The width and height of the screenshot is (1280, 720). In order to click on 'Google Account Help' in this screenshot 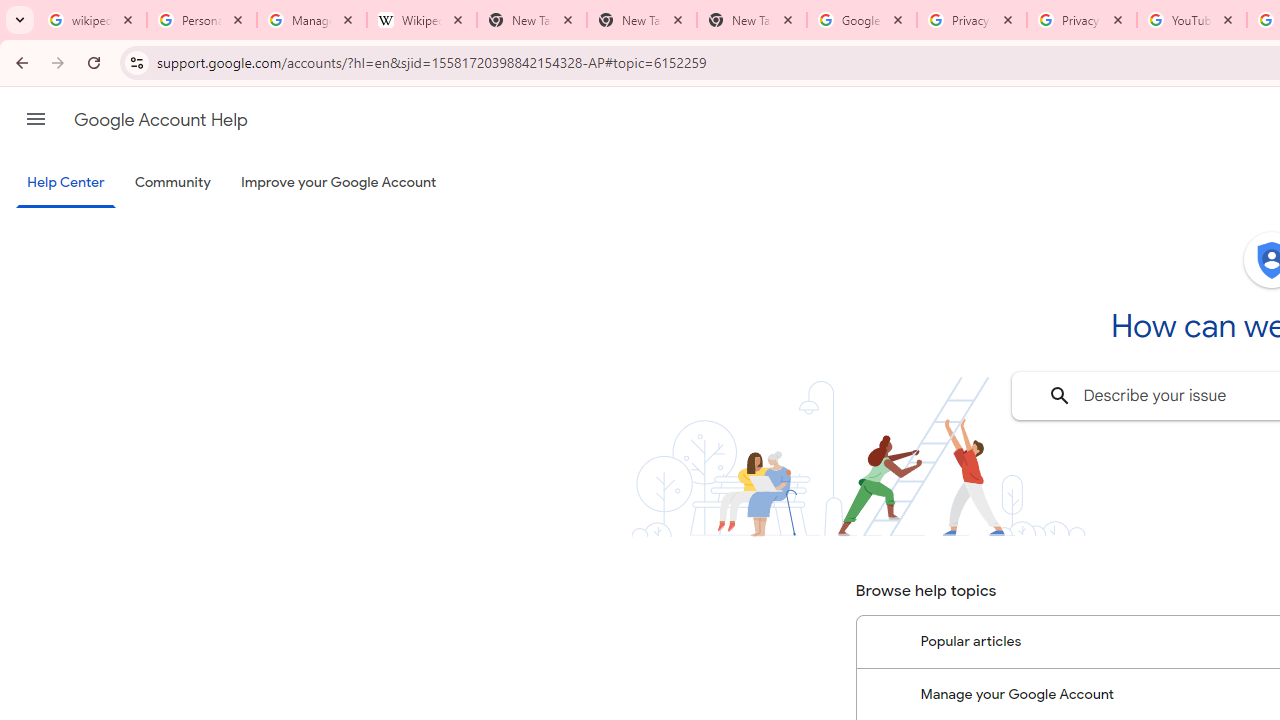, I will do `click(160, 119)`.